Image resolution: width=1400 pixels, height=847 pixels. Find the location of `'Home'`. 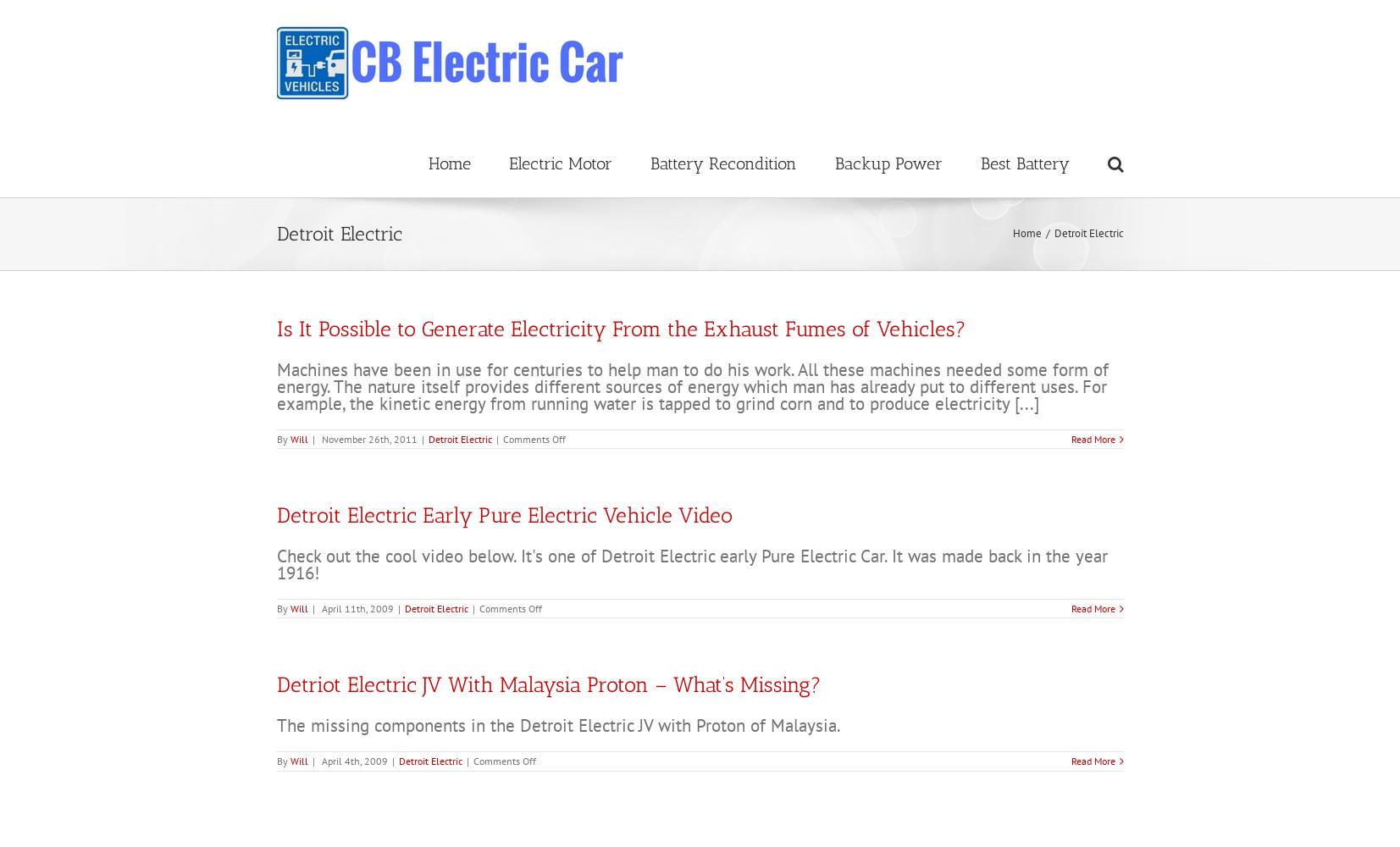

'Home' is located at coordinates (1026, 233).